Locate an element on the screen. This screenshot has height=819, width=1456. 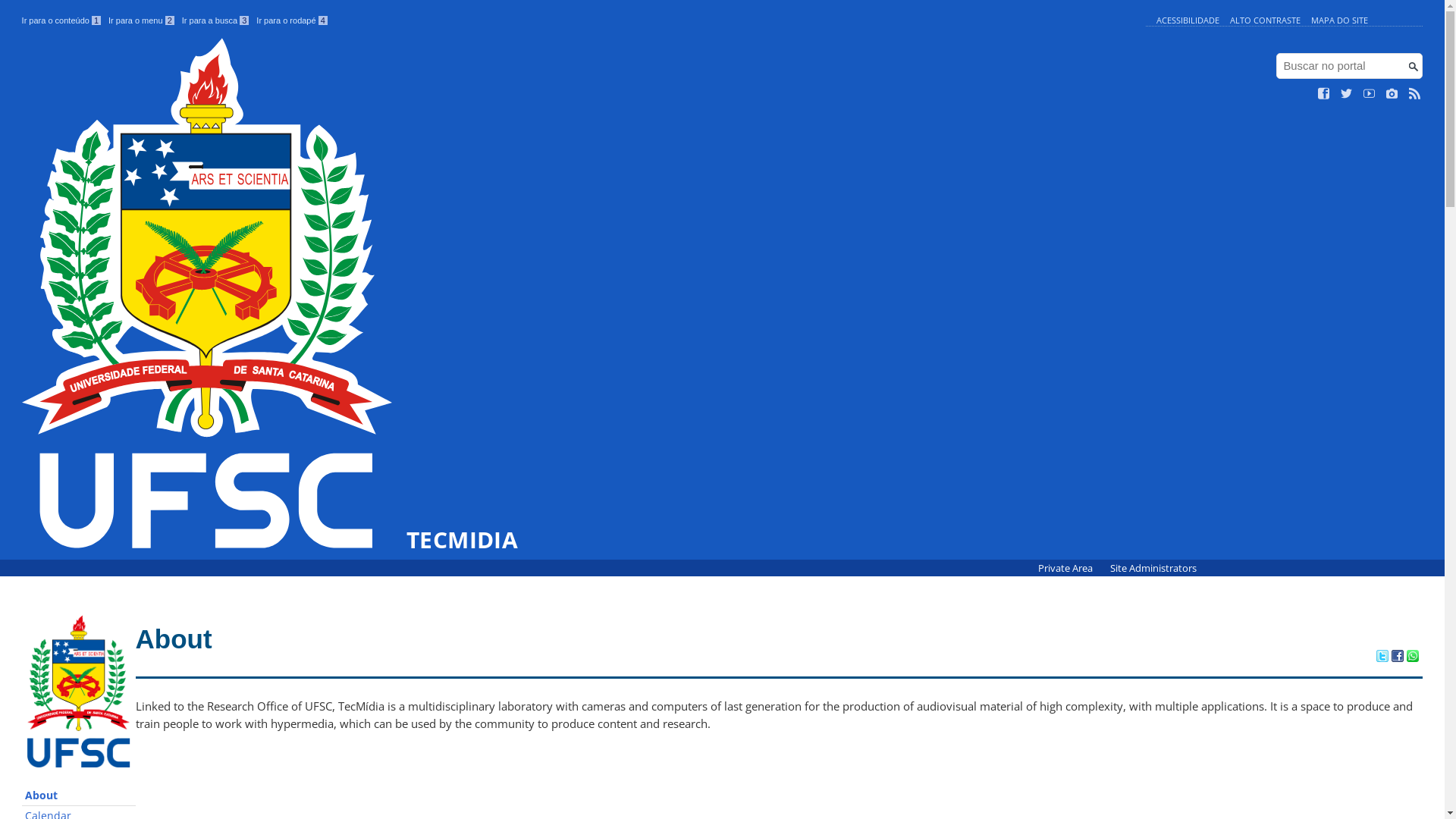
'About' is located at coordinates (78, 795).